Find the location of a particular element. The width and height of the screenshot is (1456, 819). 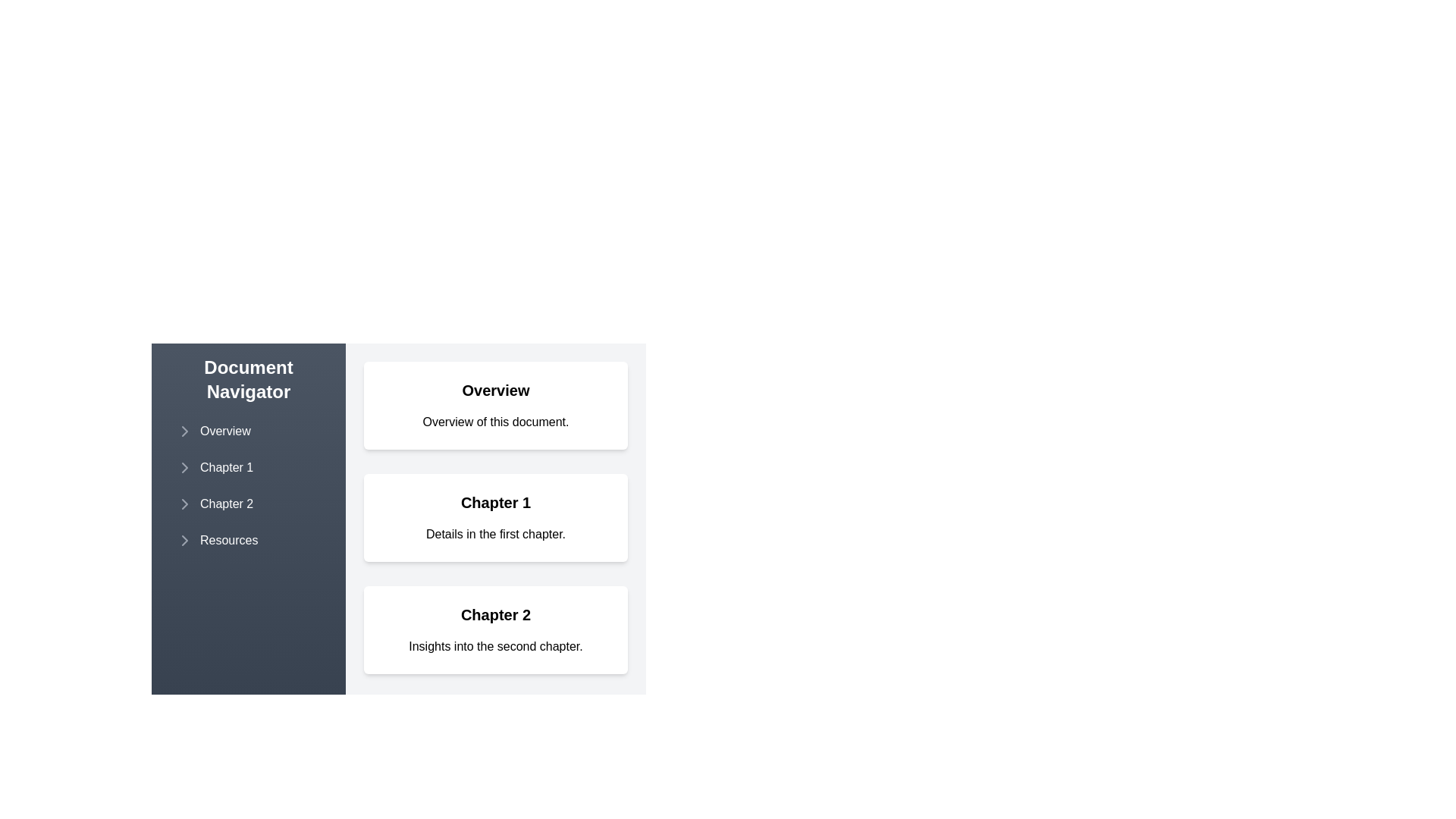

the chevron icon indicating expandability for the 'Chapter 1' menu item in the sidebar navigation menu is located at coordinates (184, 467).